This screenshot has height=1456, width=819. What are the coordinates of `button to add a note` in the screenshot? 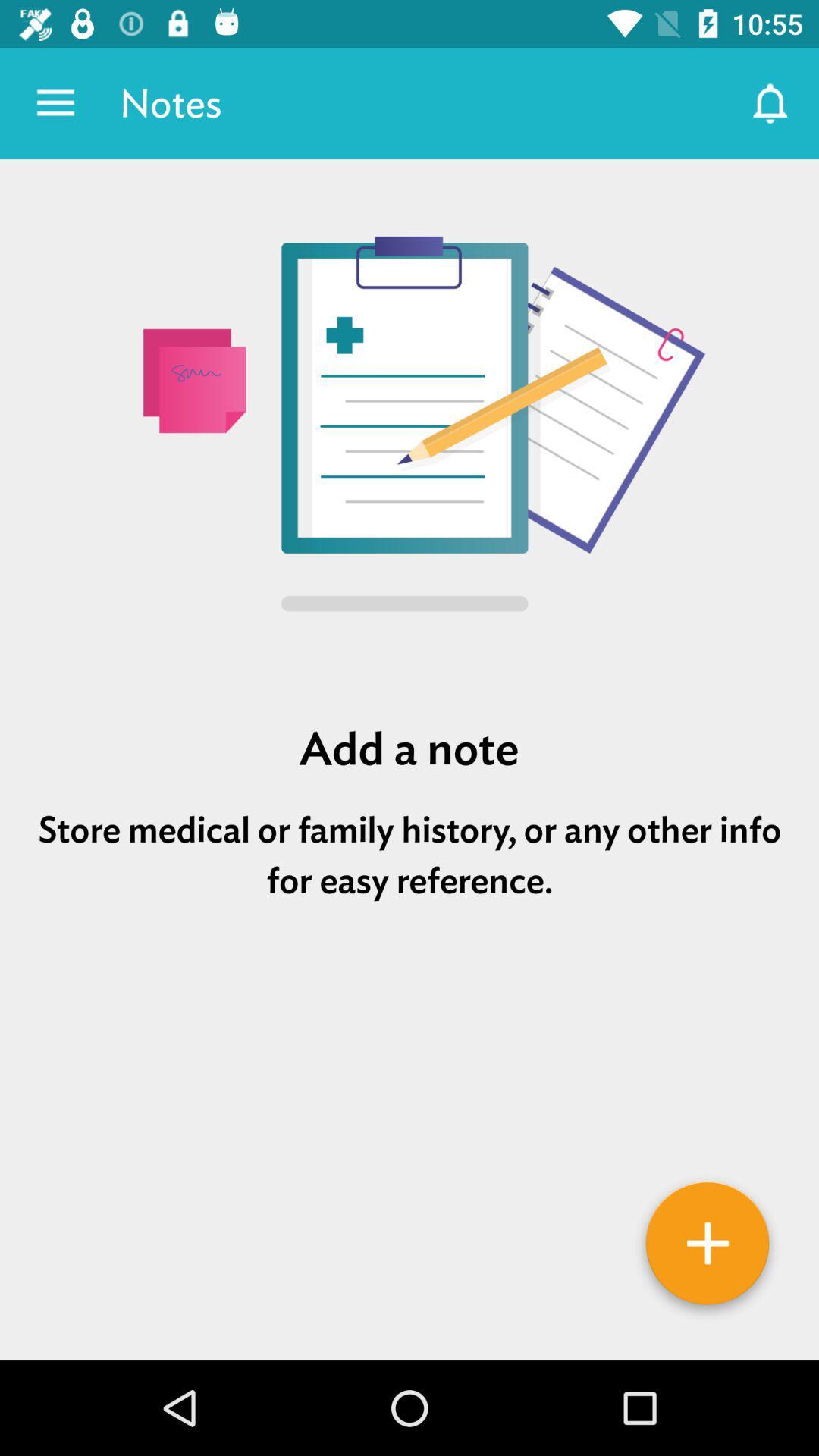 It's located at (708, 1248).